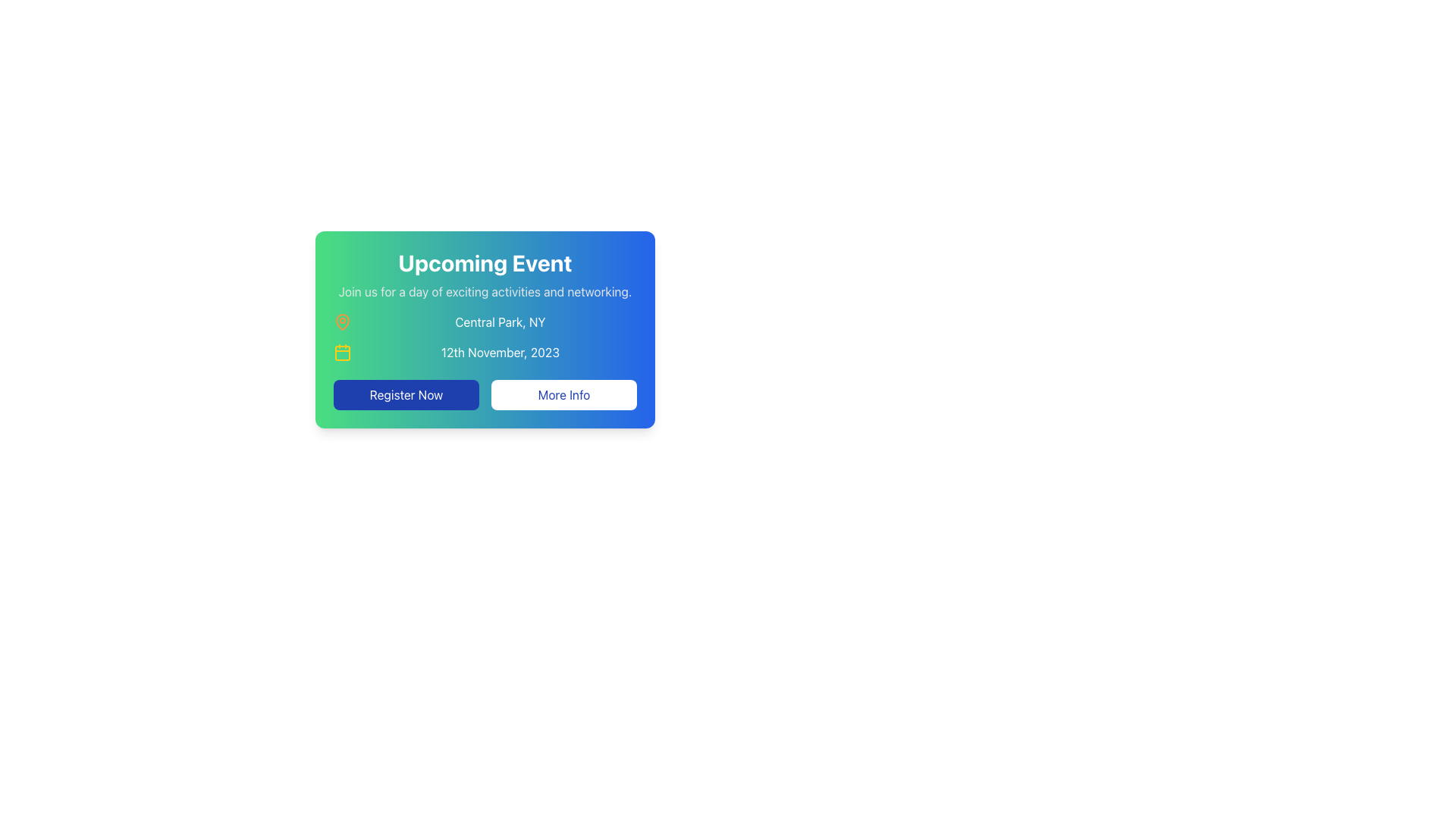 This screenshot has width=1456, height=819. What do you see at coordinates (500, 353) in the screenshot?
I see `the text label displaying the date '12th November, 2023', which is styled with a modern font and located below the 'Central Park, NY' location text, to the right of a yellow calendar icon` at bounding box center [500, 353].